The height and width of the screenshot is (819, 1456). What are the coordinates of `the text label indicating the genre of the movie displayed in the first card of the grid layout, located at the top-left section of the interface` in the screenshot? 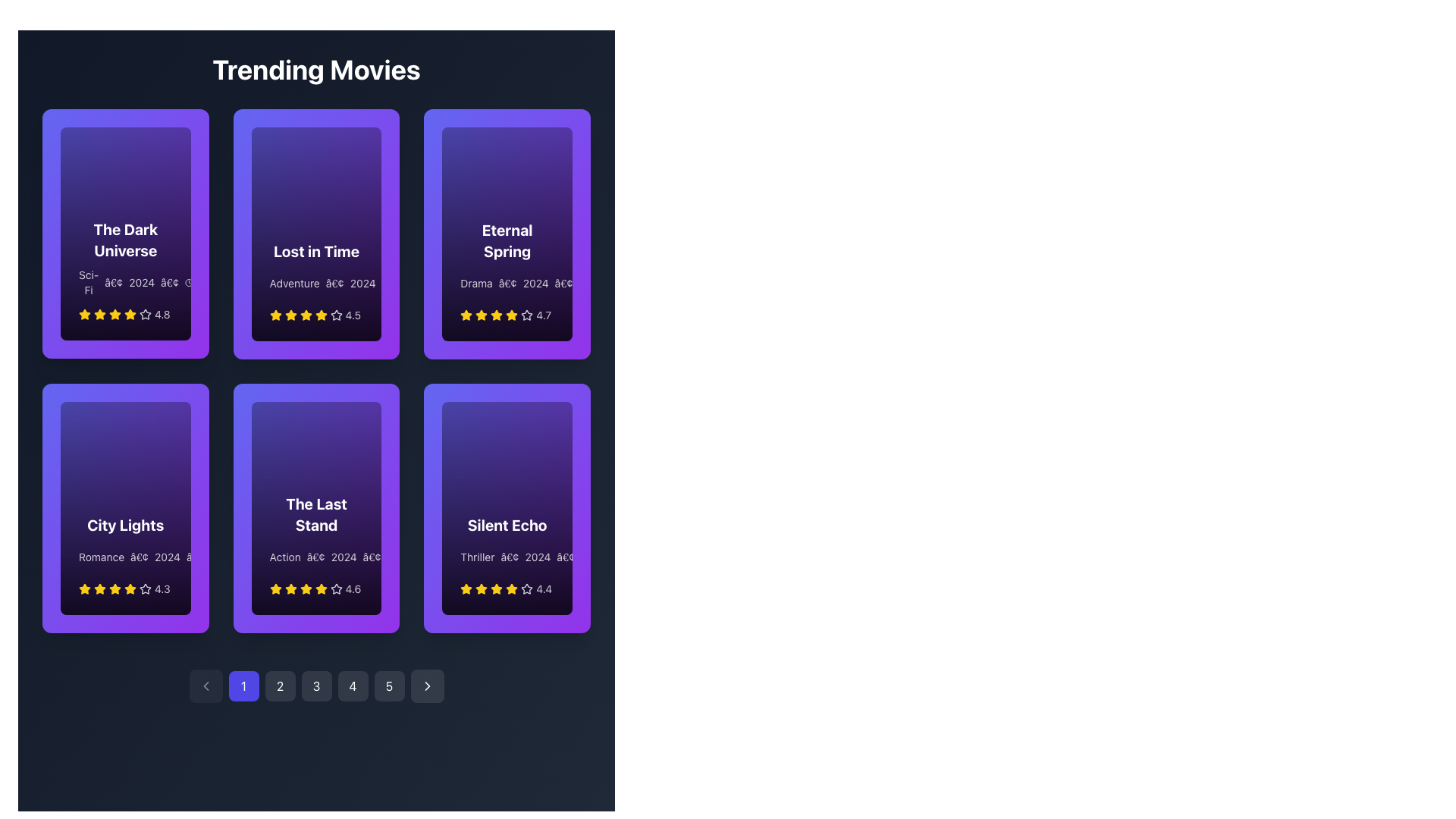 It's located at (88, 283).